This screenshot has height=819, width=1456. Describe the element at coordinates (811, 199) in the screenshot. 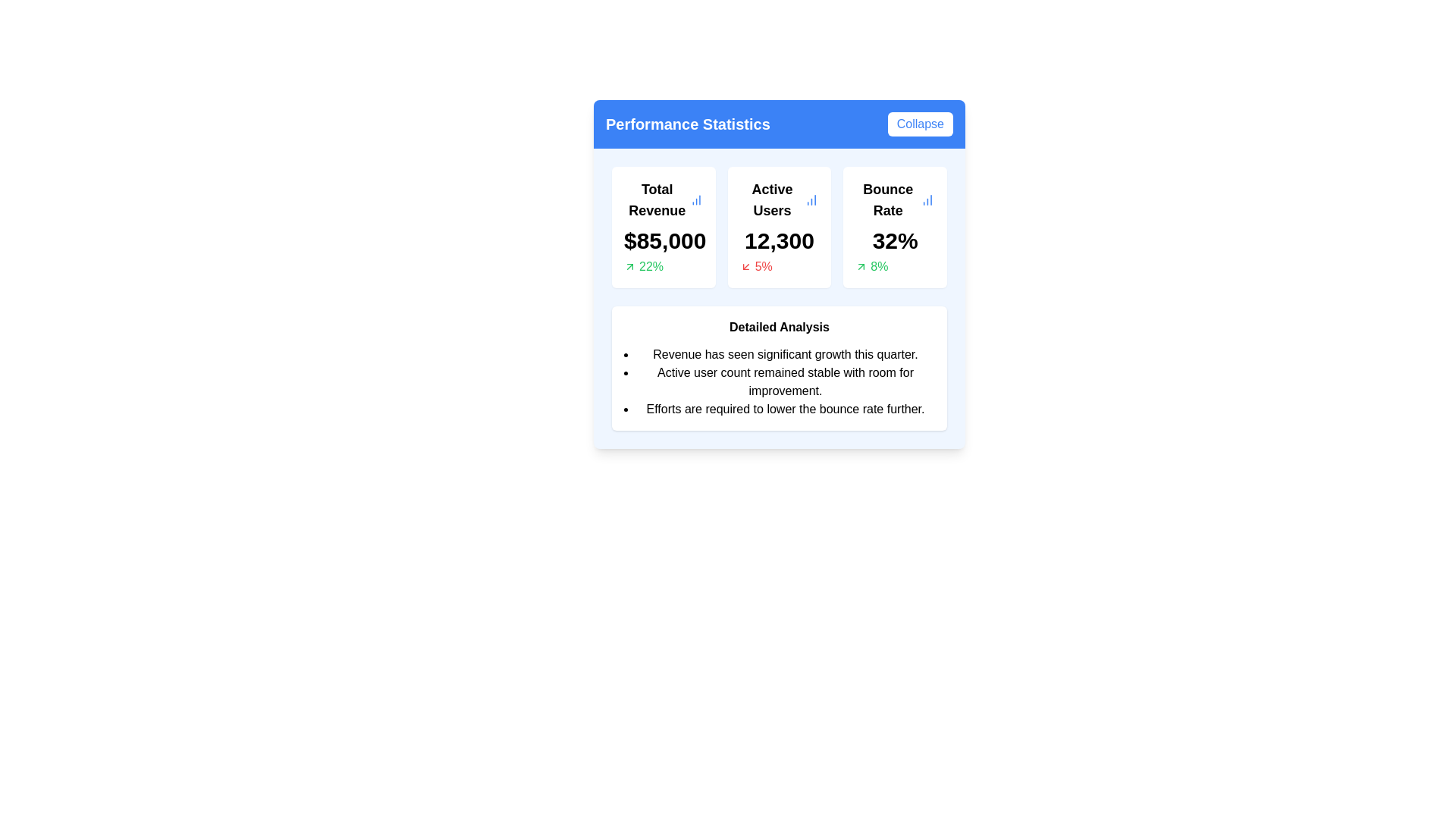

I see `the Icon that represents data related to active users, located slightly to the right of the 'Active Users' text in the 'Performance Statistics' card` at that location.